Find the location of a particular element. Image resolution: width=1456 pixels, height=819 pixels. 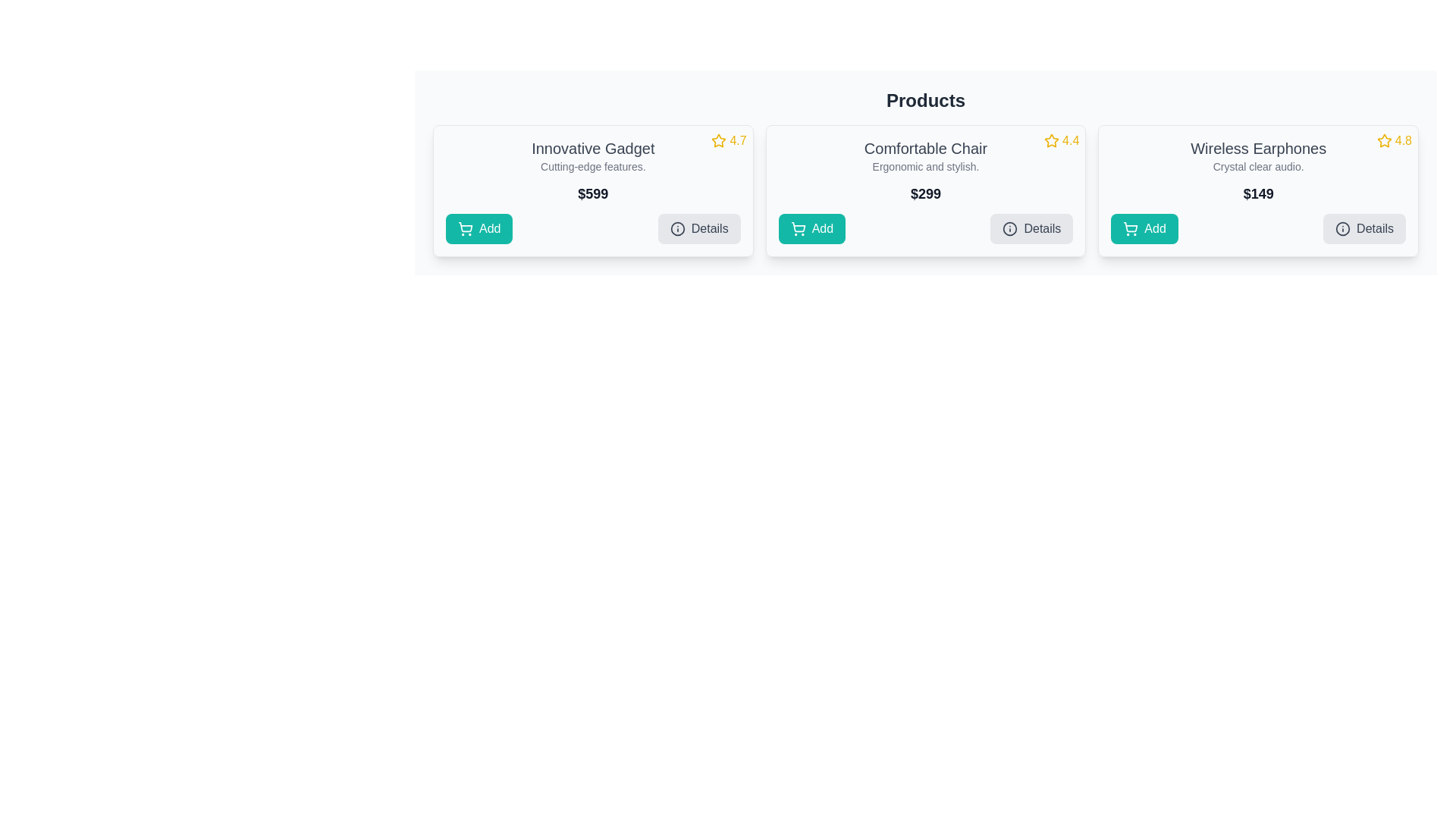

the static text display showing the rating value for the 'Innovative Gadget' product, located to the right of the star icon in the top-right corner of the product card is located at coordinates (738, 140).